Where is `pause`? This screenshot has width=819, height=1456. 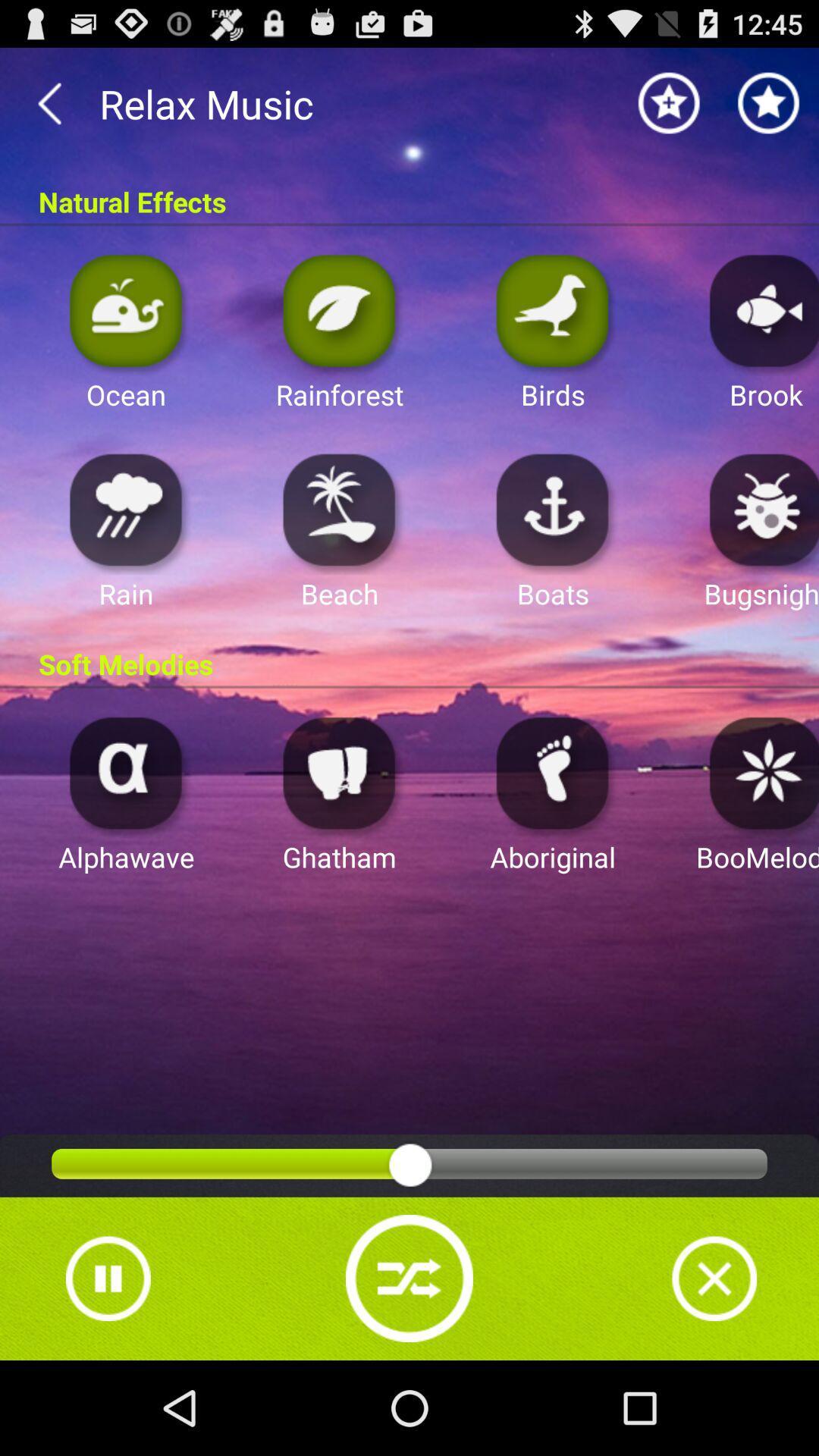
pause is located at coordinates (107, 1278).